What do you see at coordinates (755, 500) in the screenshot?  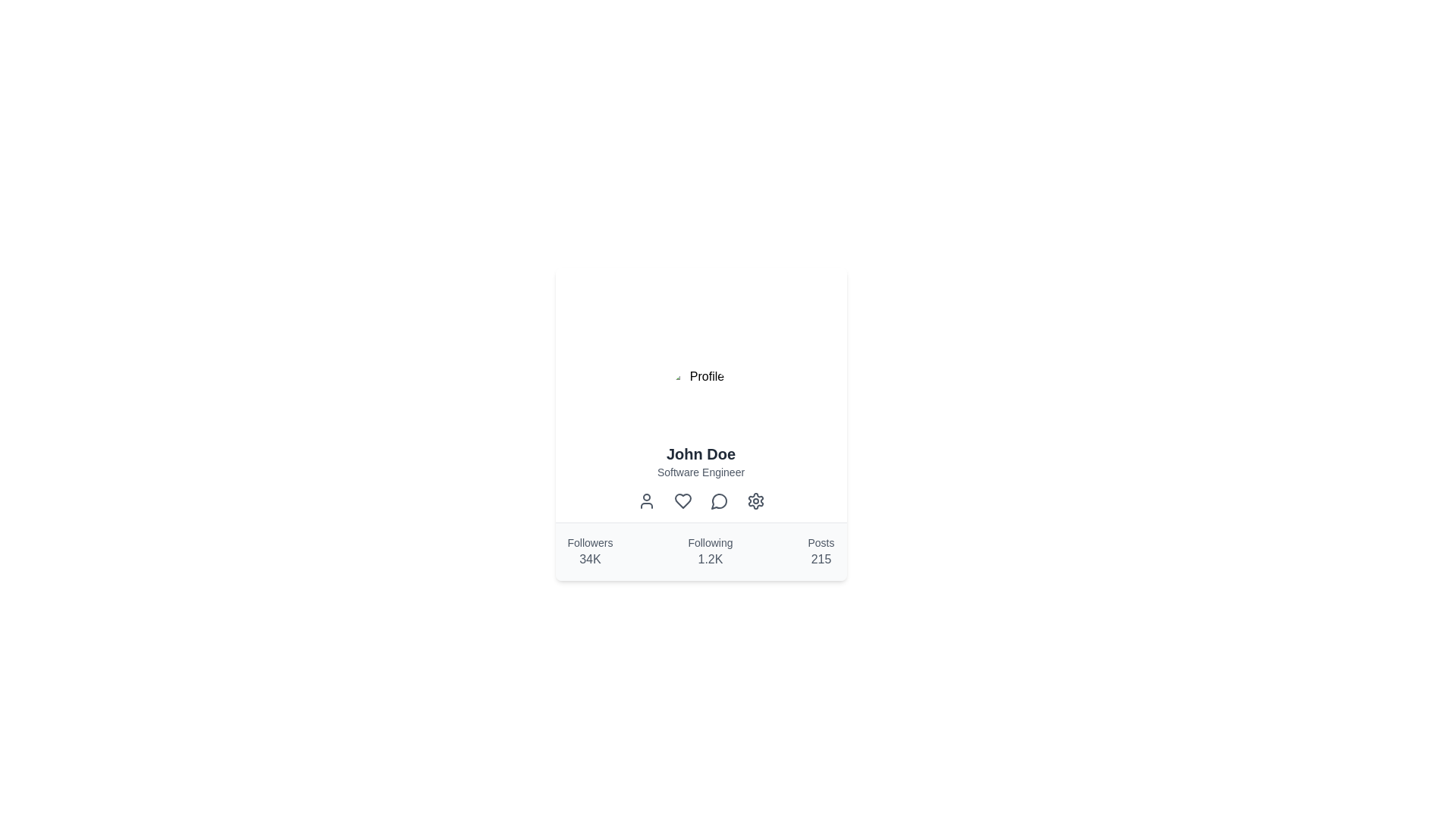 I see `the small gray cogwheel-shaped settings icon, which changes to green on hover, located to the right of the speech bubble icon beneath the profile section` at bounding box center [755, 500].